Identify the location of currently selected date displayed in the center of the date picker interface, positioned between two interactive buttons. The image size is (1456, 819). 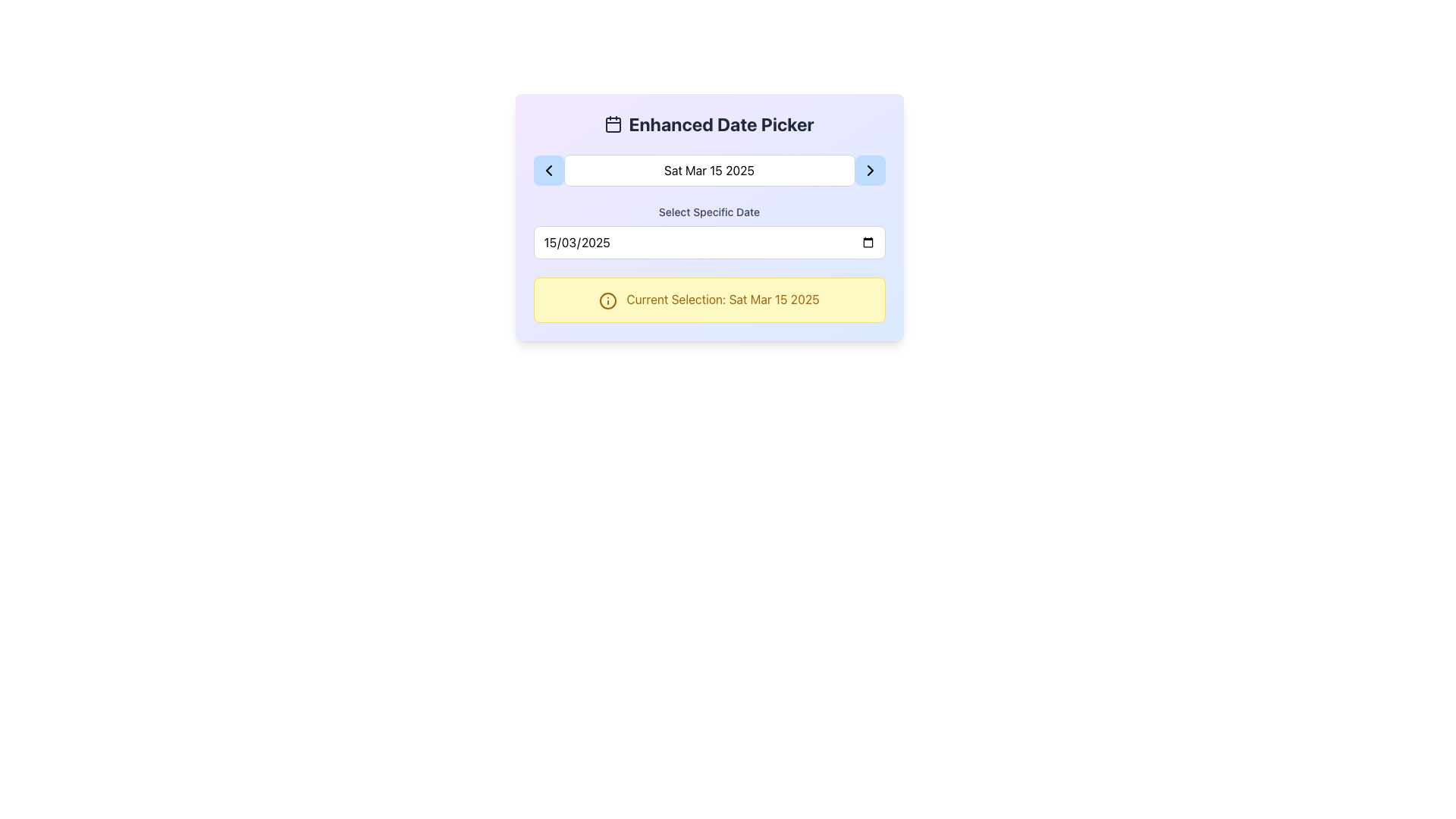
(708, 170).